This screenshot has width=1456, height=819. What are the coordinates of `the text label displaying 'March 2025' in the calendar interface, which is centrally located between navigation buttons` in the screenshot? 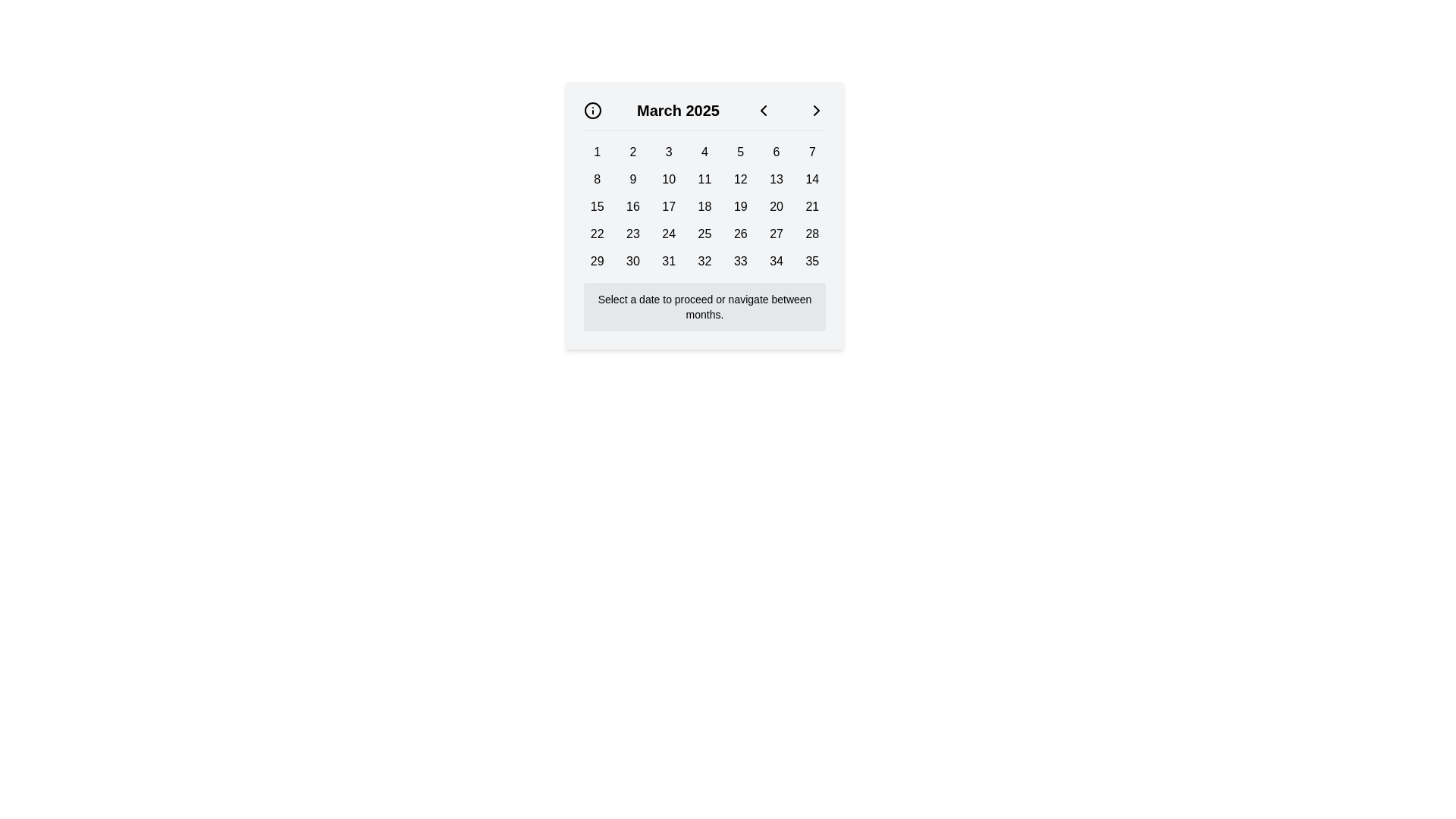 It's located at (677, 110).